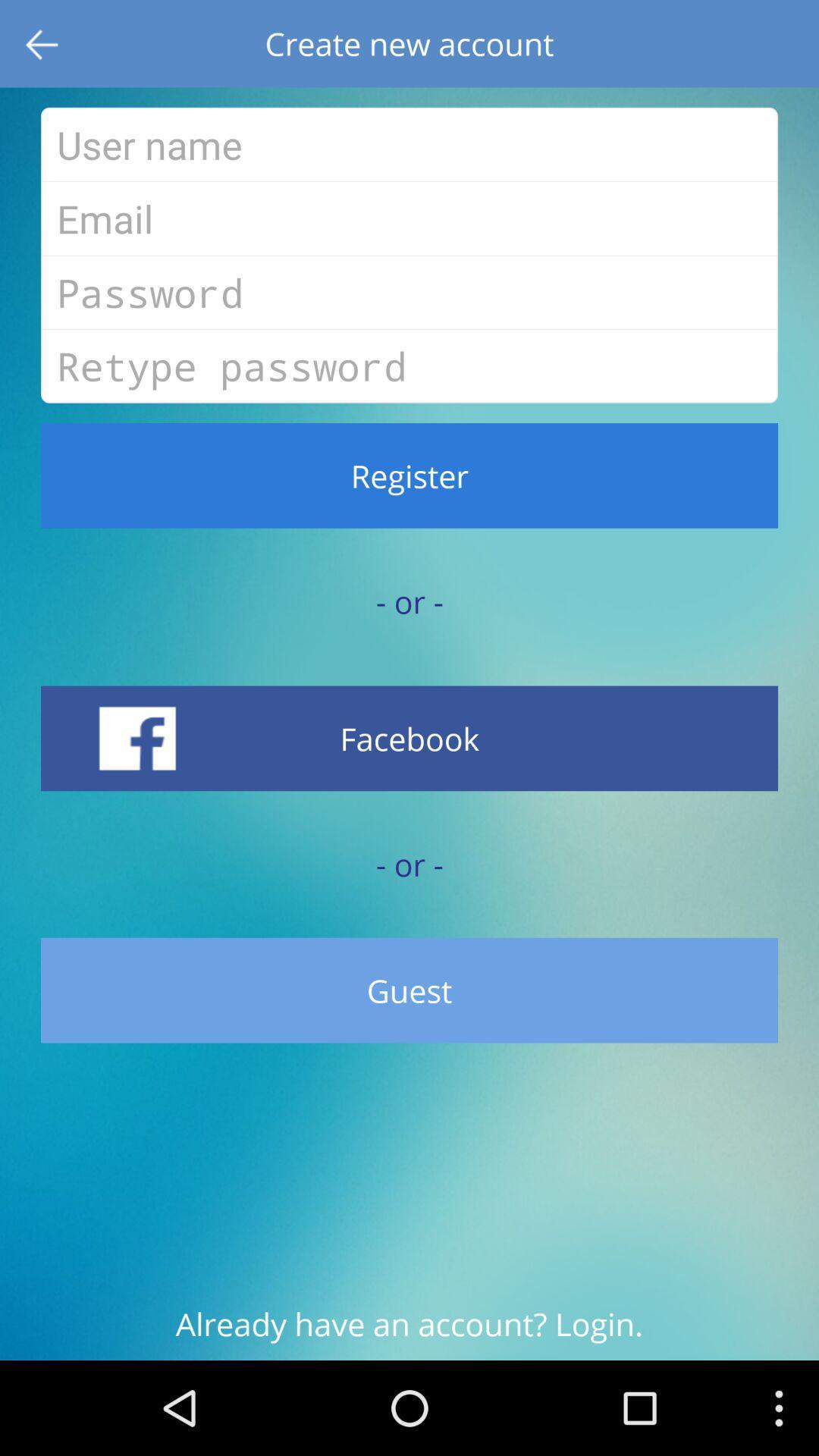 This screenshot has width=819, height=1456. Describe the element at coordinates (409, 739) in the screenshot. I see `the facebook at the bottom of the page` at that location.